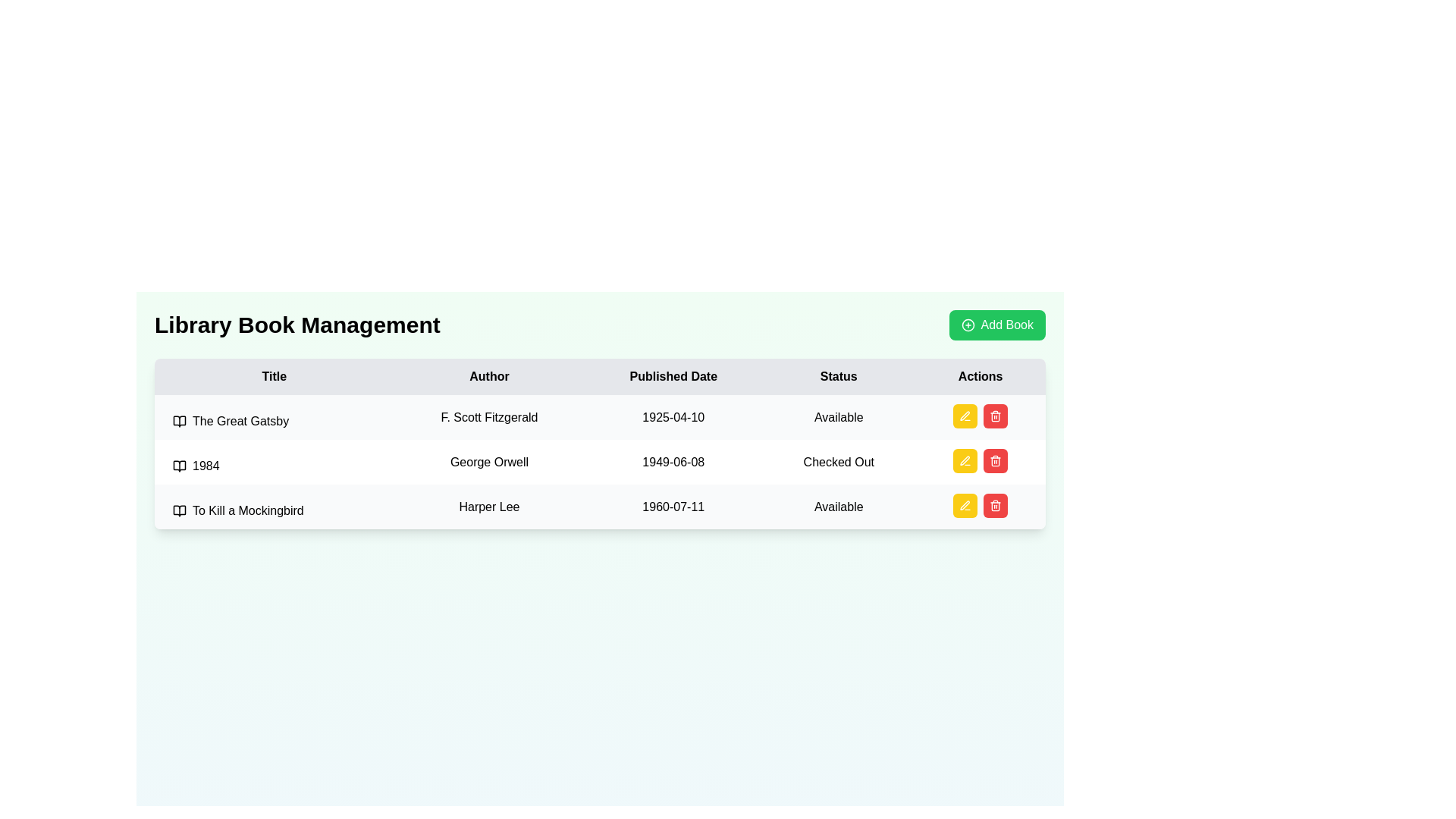 Image resolution: width=1456 pixels, height=819 pixels. Describe the element at coordinates (179, 465) in the screenshot. I see `the open book icon located in the 'Title' column of the second row, adjacent to the text '1984'` at that location.